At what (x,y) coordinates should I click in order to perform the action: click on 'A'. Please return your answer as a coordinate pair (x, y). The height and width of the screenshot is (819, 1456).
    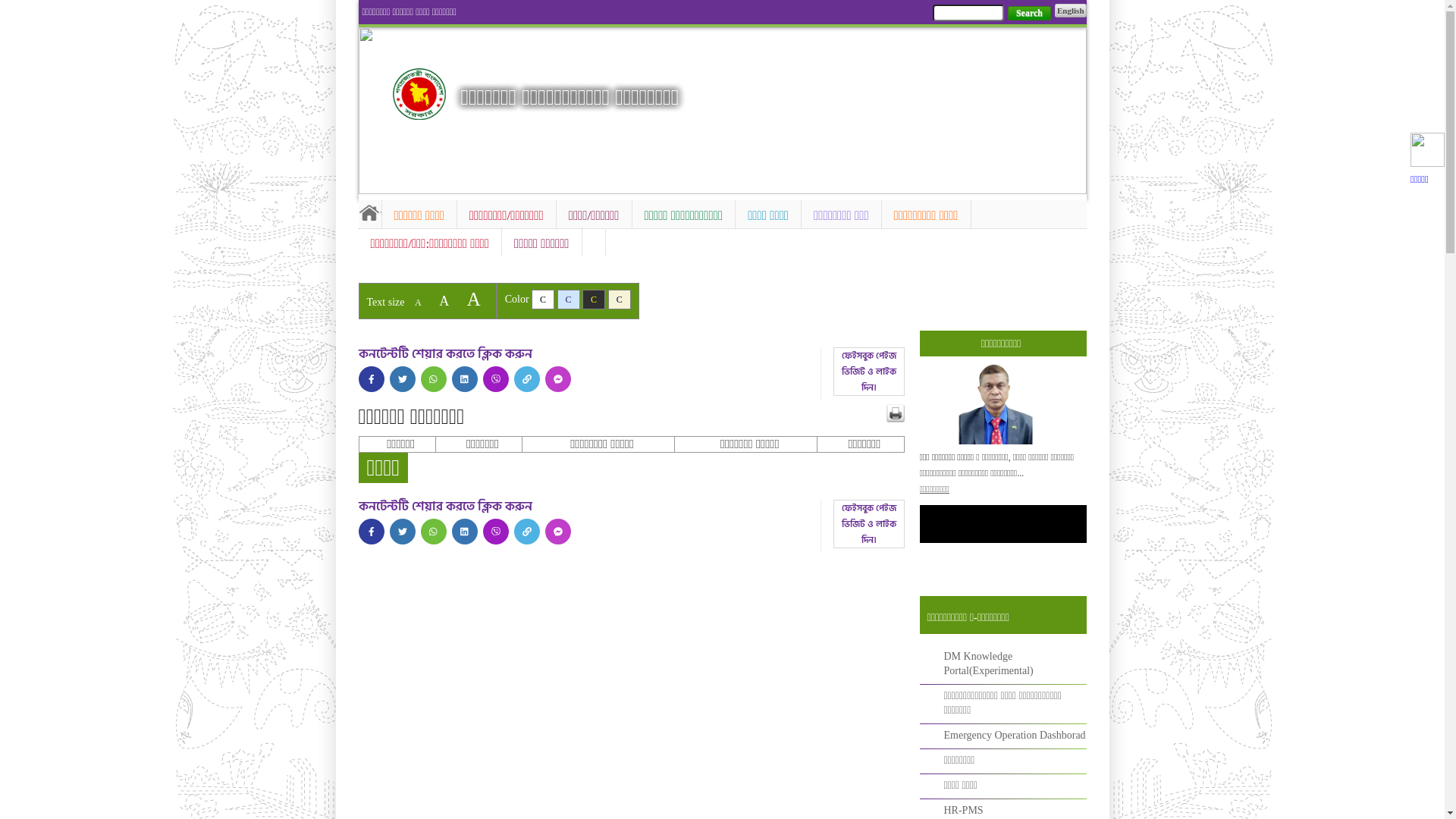
    Looking at the image, I should click on (472, 299).